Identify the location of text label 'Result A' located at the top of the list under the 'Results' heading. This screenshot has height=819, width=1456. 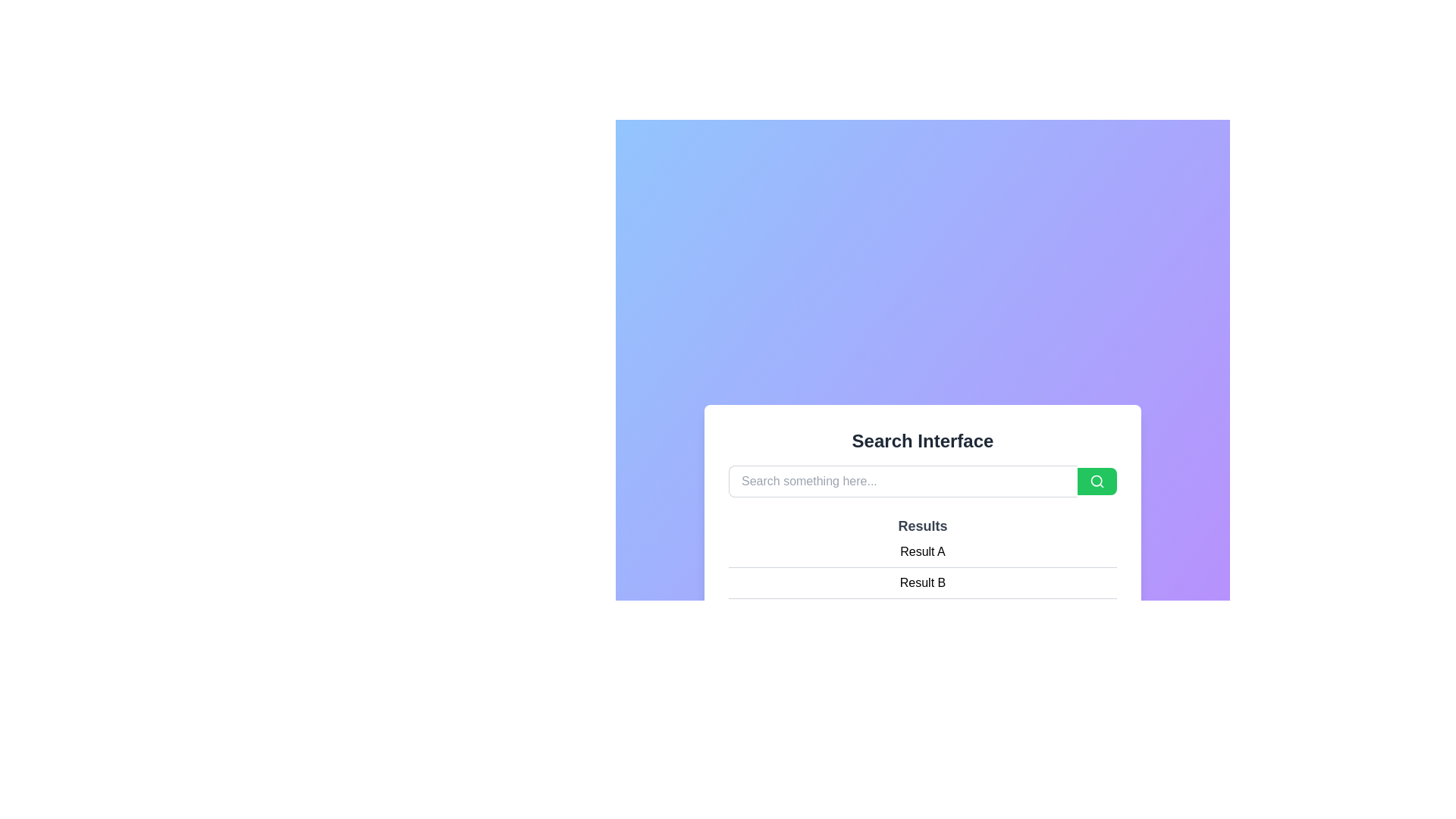
(922, 552).